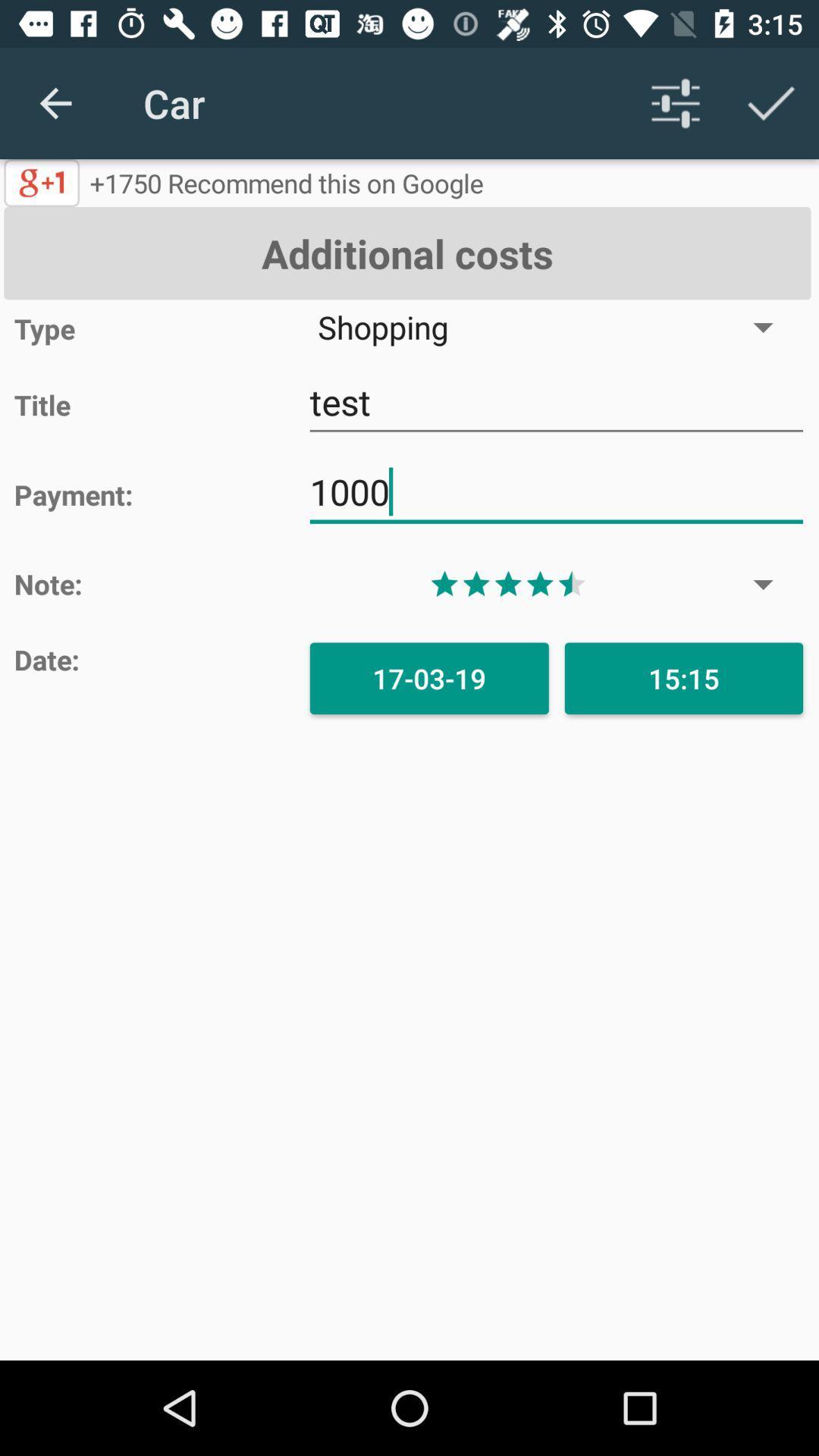 The width and height of the screenshot is (819, 1456). I want to click on settings icon, so click(675, 103).